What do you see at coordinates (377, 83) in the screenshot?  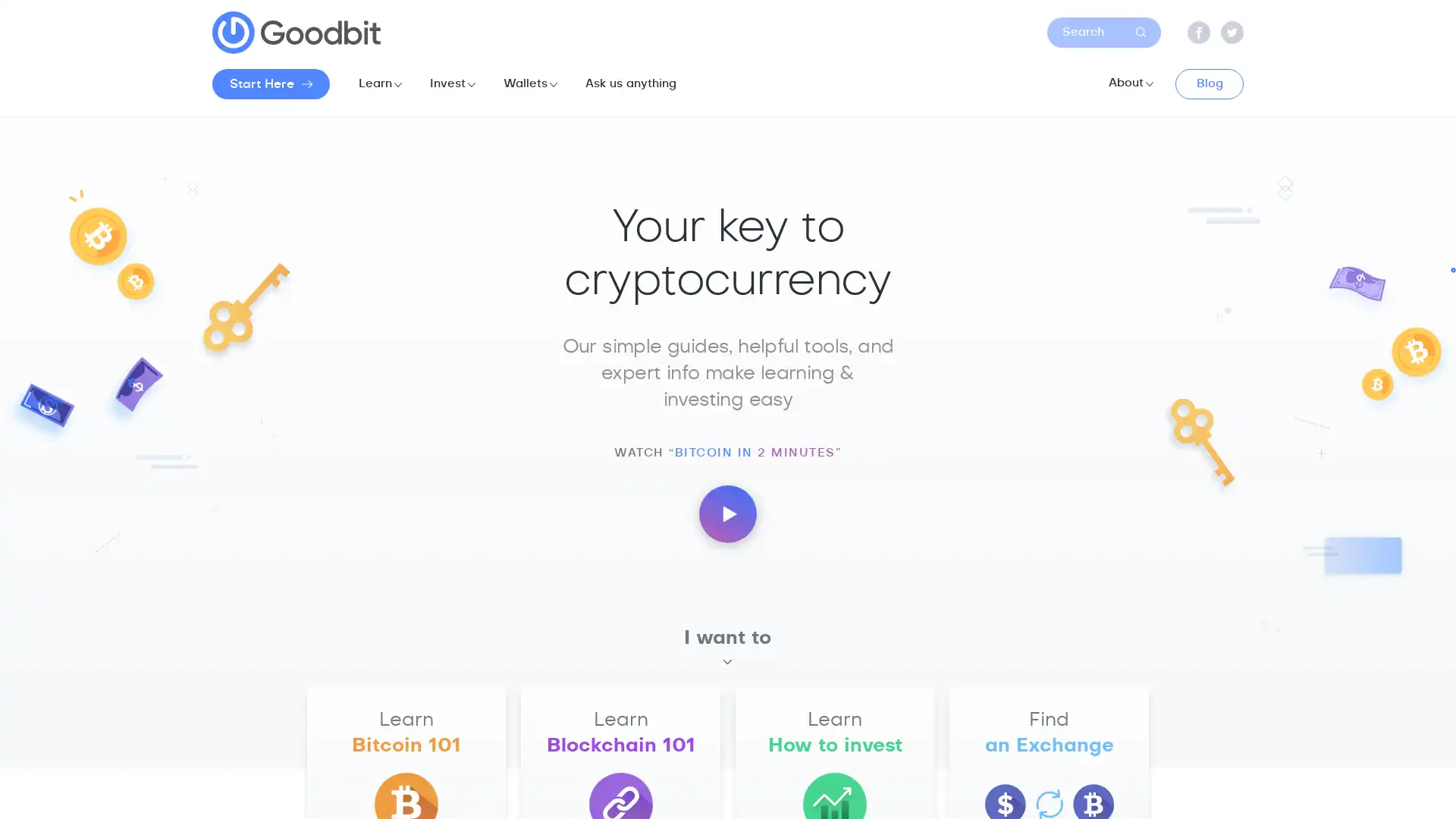 I see `Learn` at bounding box center [377, 83].